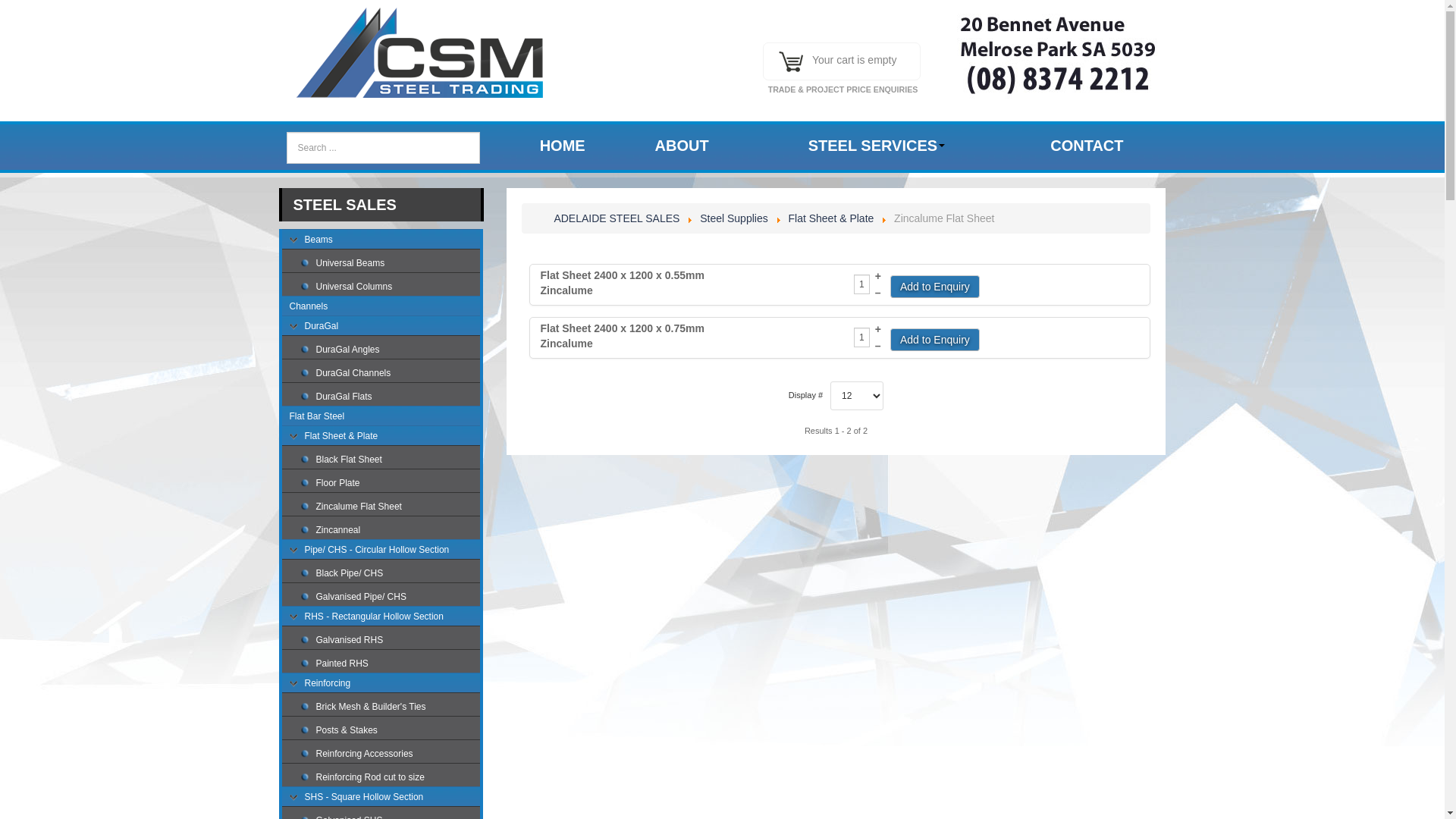 Image resolution: width=1456 pixels, height=819 pixels. I want to click on 'CONTACT', so click(1086, 146).